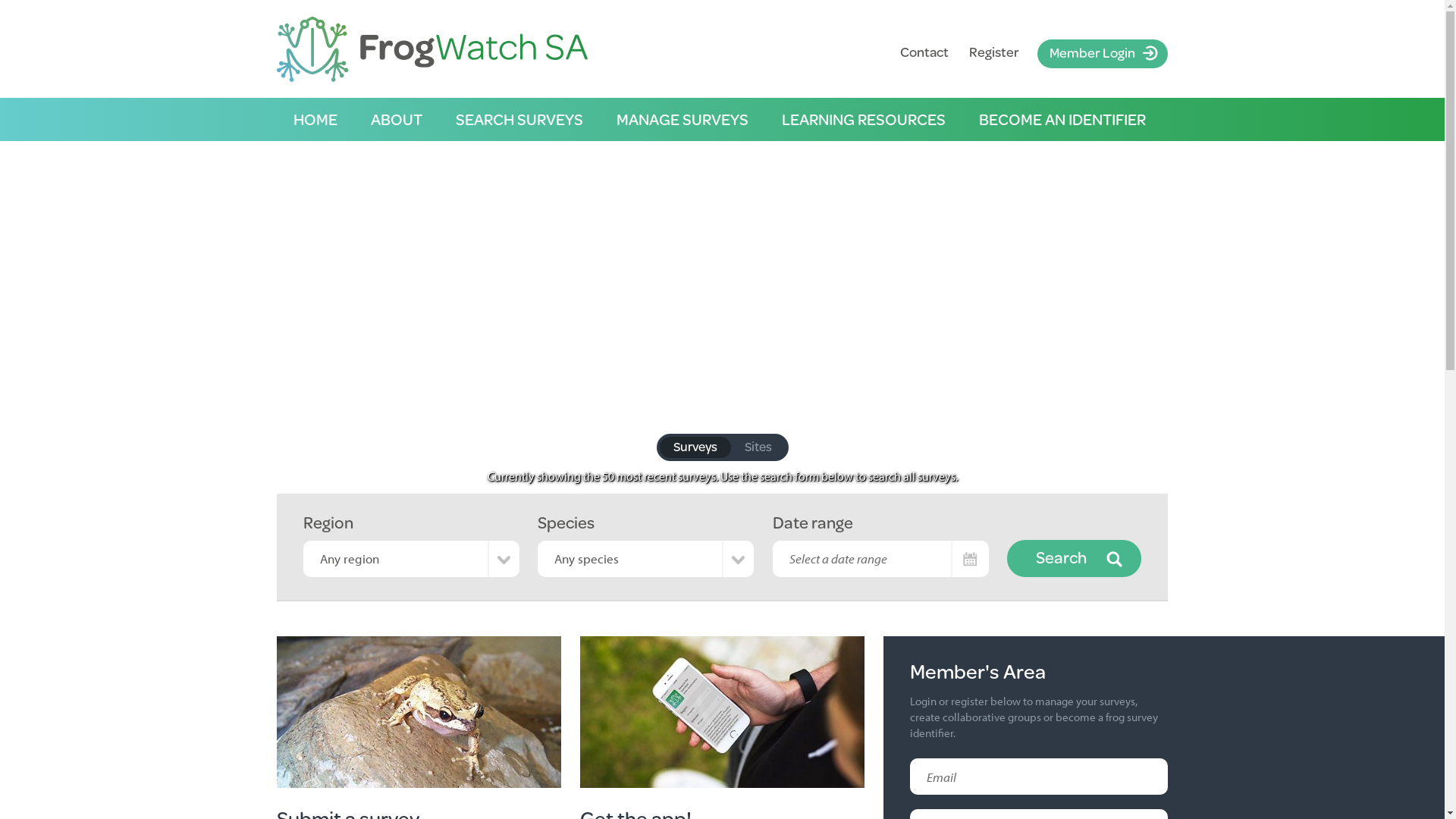 The height and width of the screenshot is (819, 1456). I want to click on 'Register', so click(993, 51).